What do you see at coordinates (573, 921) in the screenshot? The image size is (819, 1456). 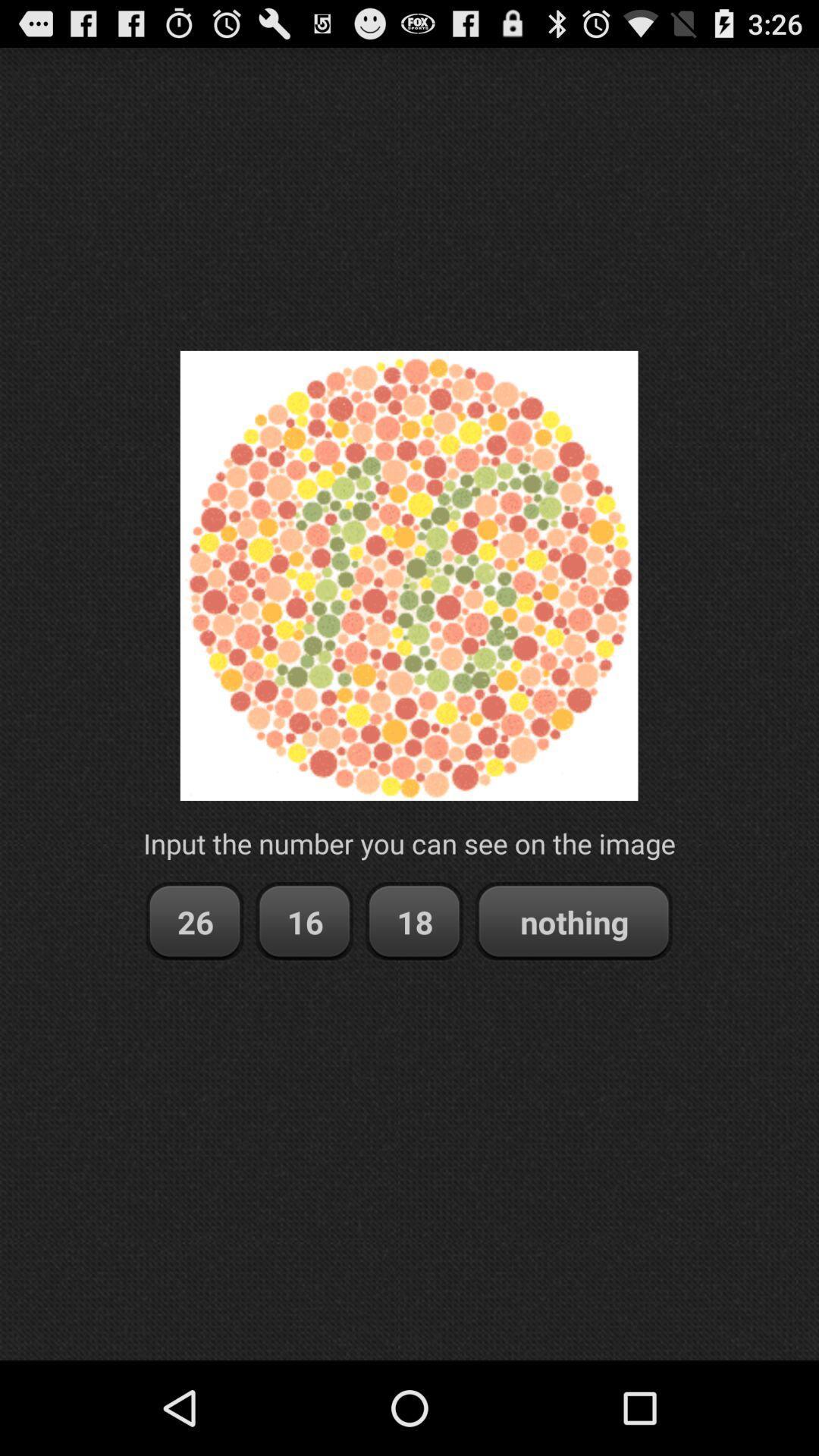 I see `app below the input the number app` at bounding box center [573, 921].